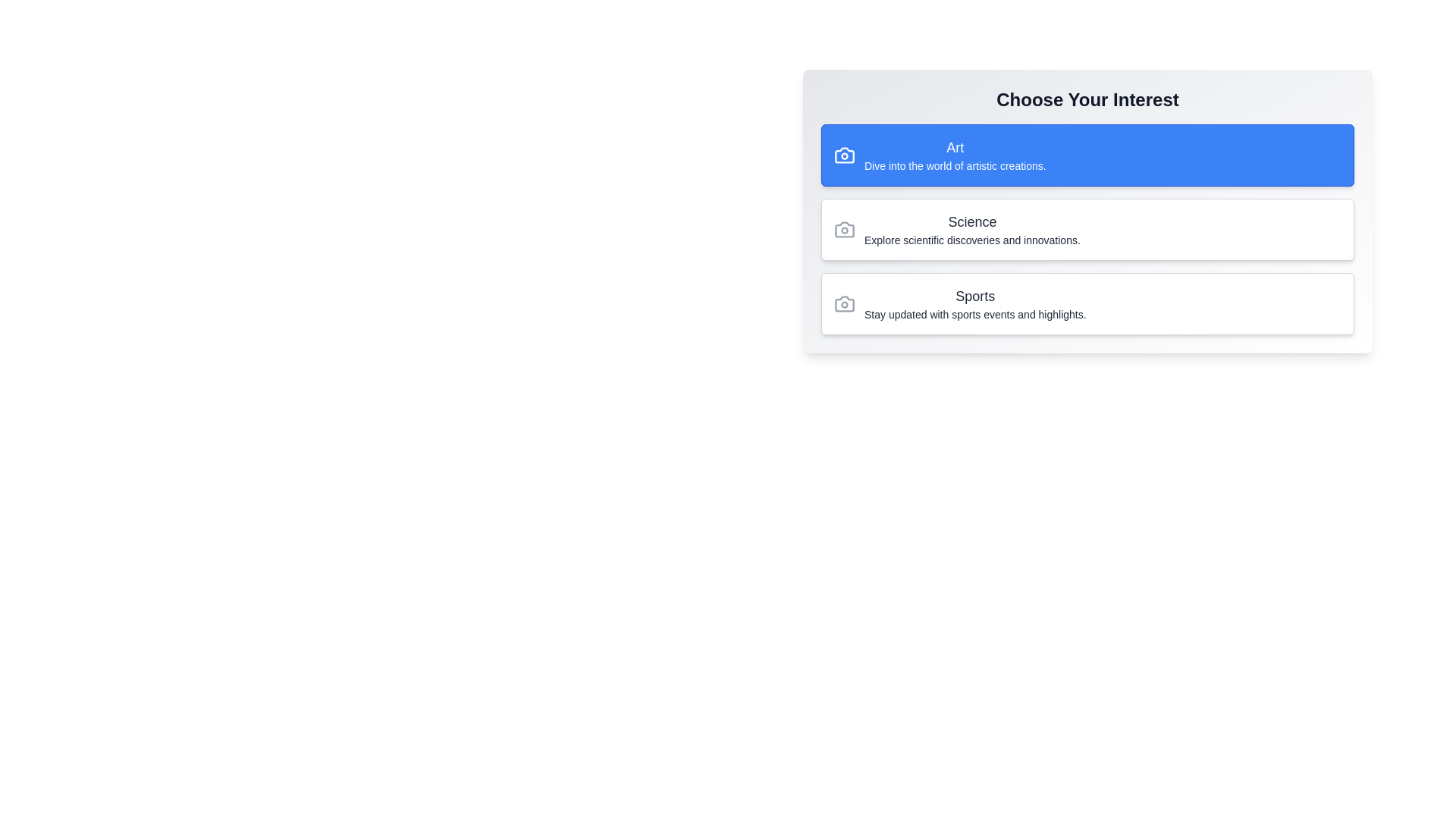  Describe the element at coordinates (1087, 99) in the screenshot. I see `the bold header text label that reads 'Choose Your Interest', which is located at the very top of the menu interface and serves as the title above the selectable options` at that location.